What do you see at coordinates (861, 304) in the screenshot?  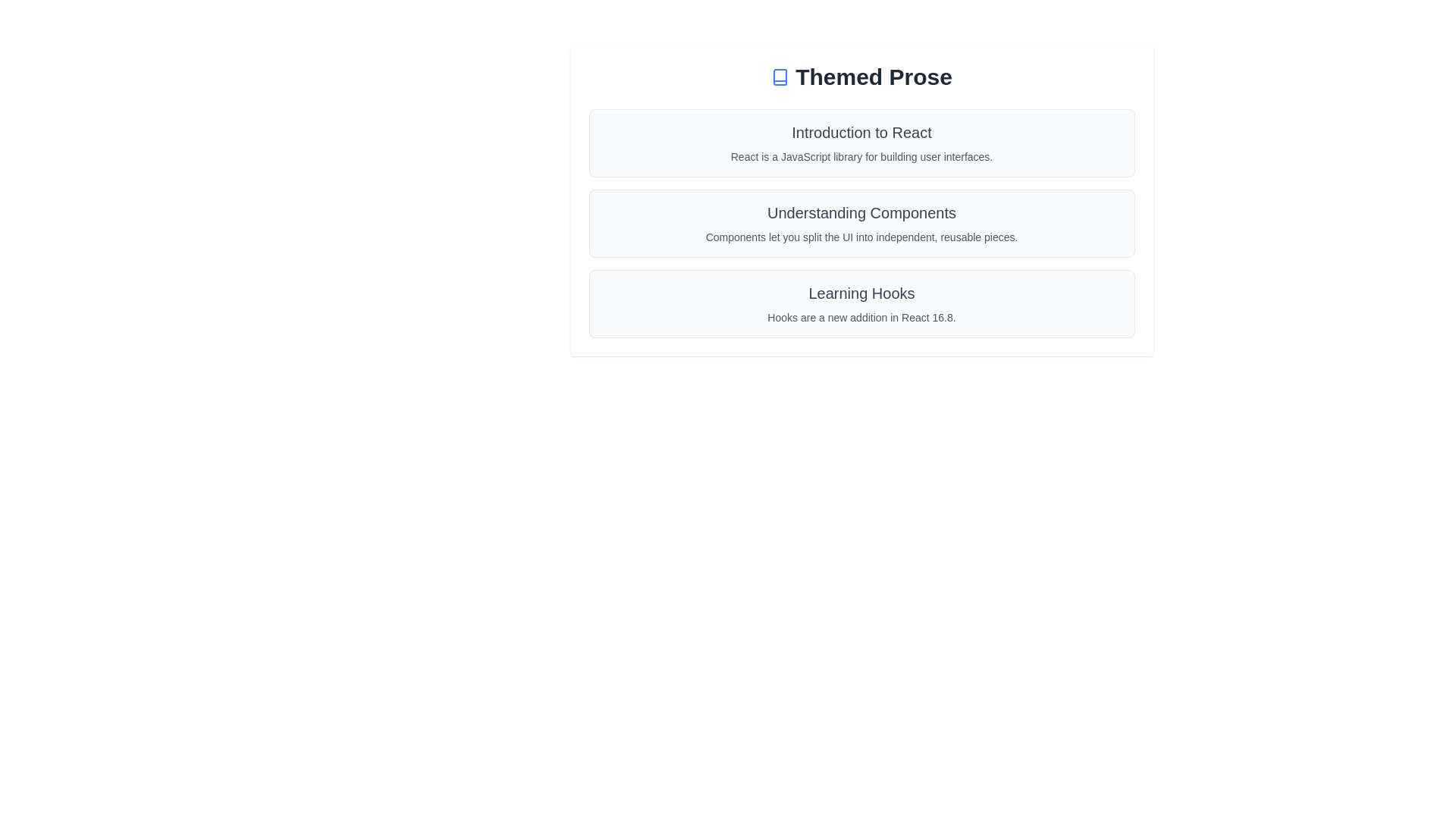 I see `the informational card about hooks in React for navigation or interaction` at bounding box center [861, 304].